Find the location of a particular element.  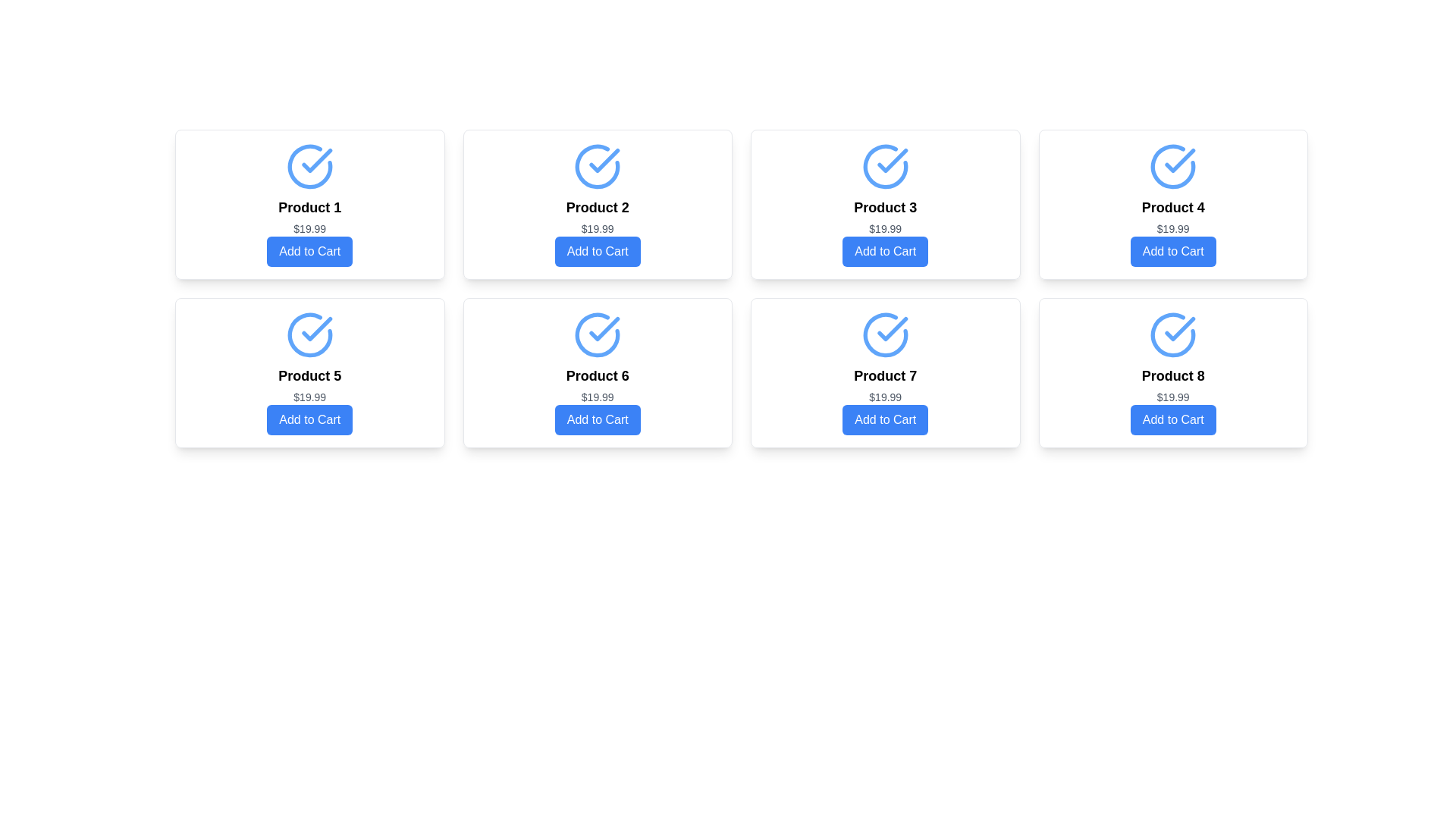

the 'Add to Cart' button located at the bottom of the 'Product 7' card in the fourth column of the second row is located at coordinates (885, 420).